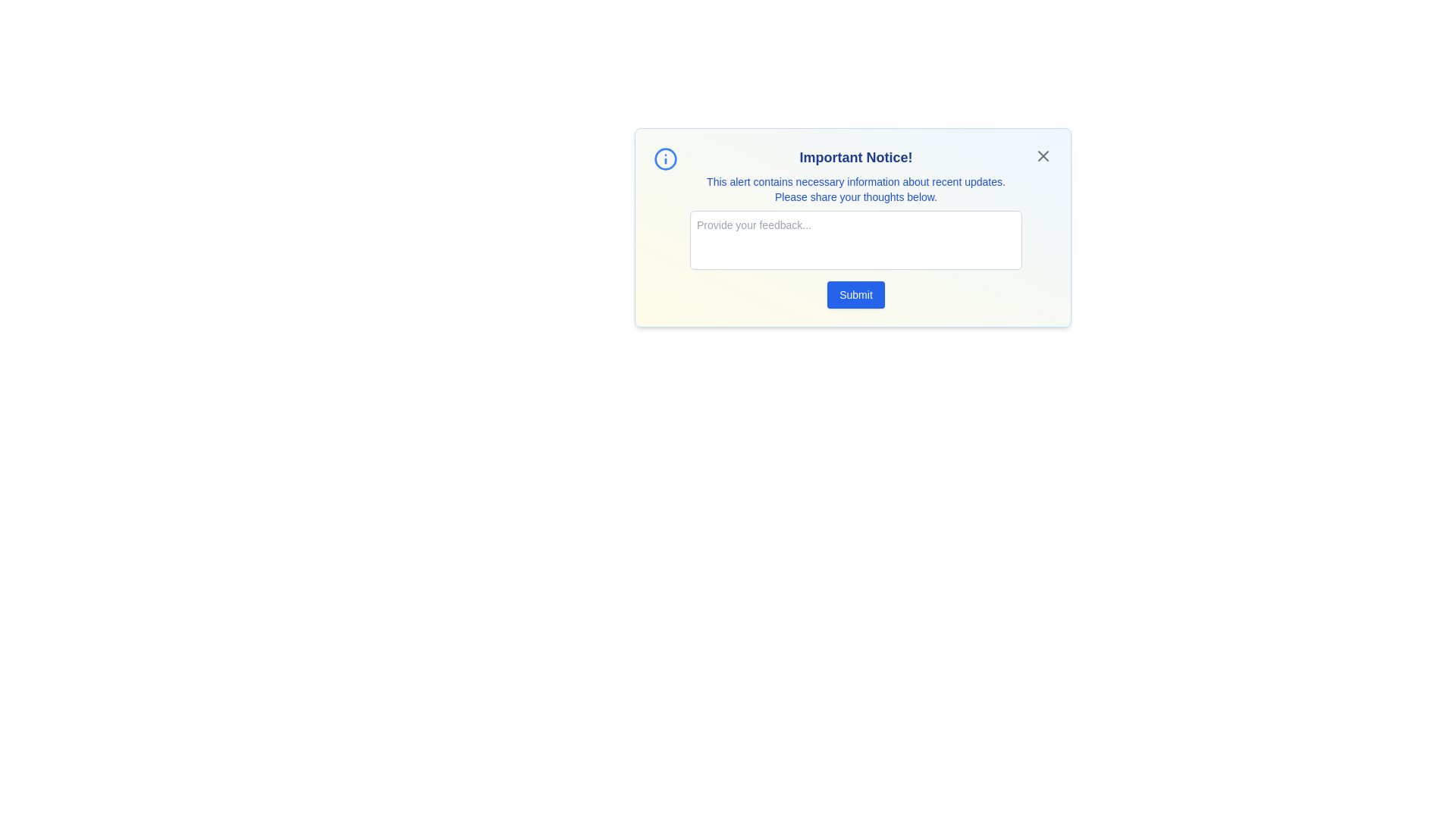 The width and height of the screenshot is (1456, 819). I want to click on the close button, represented by an 'X' shape, located in the top-right corner of the alert dialog box displaying 'Important Notice!', so click(1043, 155).